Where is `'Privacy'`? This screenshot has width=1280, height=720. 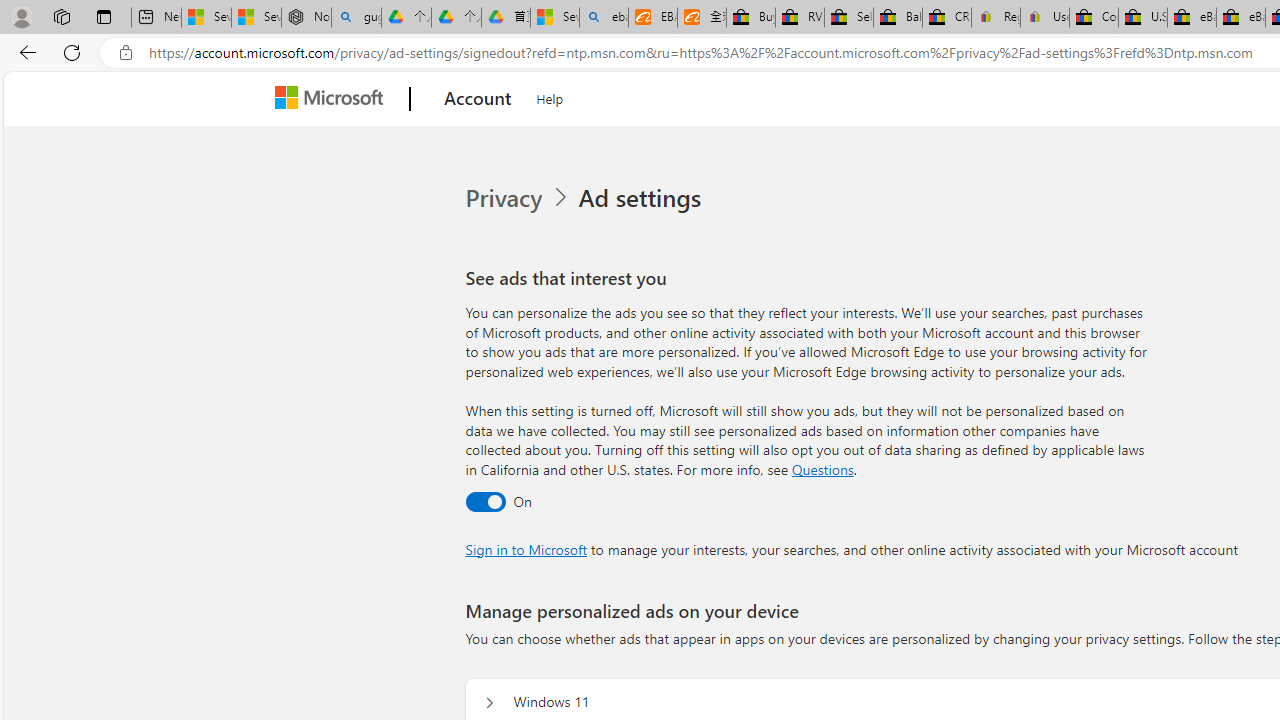
'Privacy' is located at coordinates (519, 198).